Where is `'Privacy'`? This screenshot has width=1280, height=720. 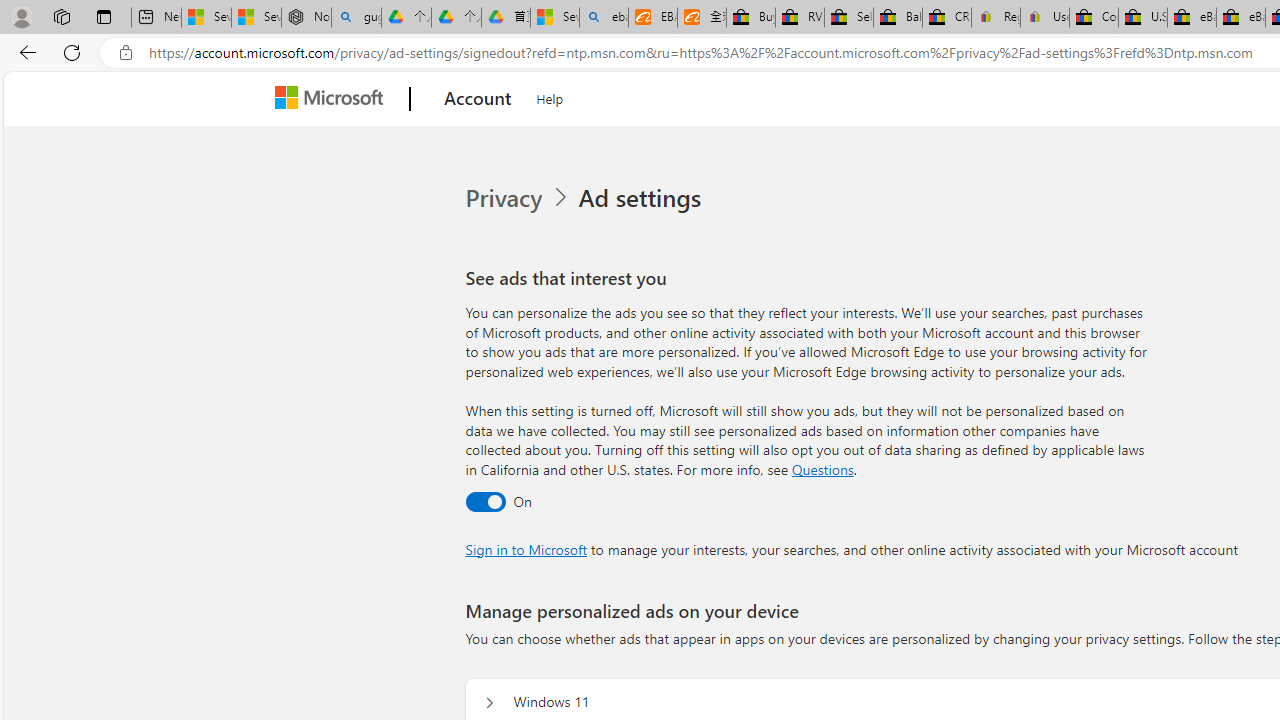
'Privacy' is located at coordinates (519, 198).